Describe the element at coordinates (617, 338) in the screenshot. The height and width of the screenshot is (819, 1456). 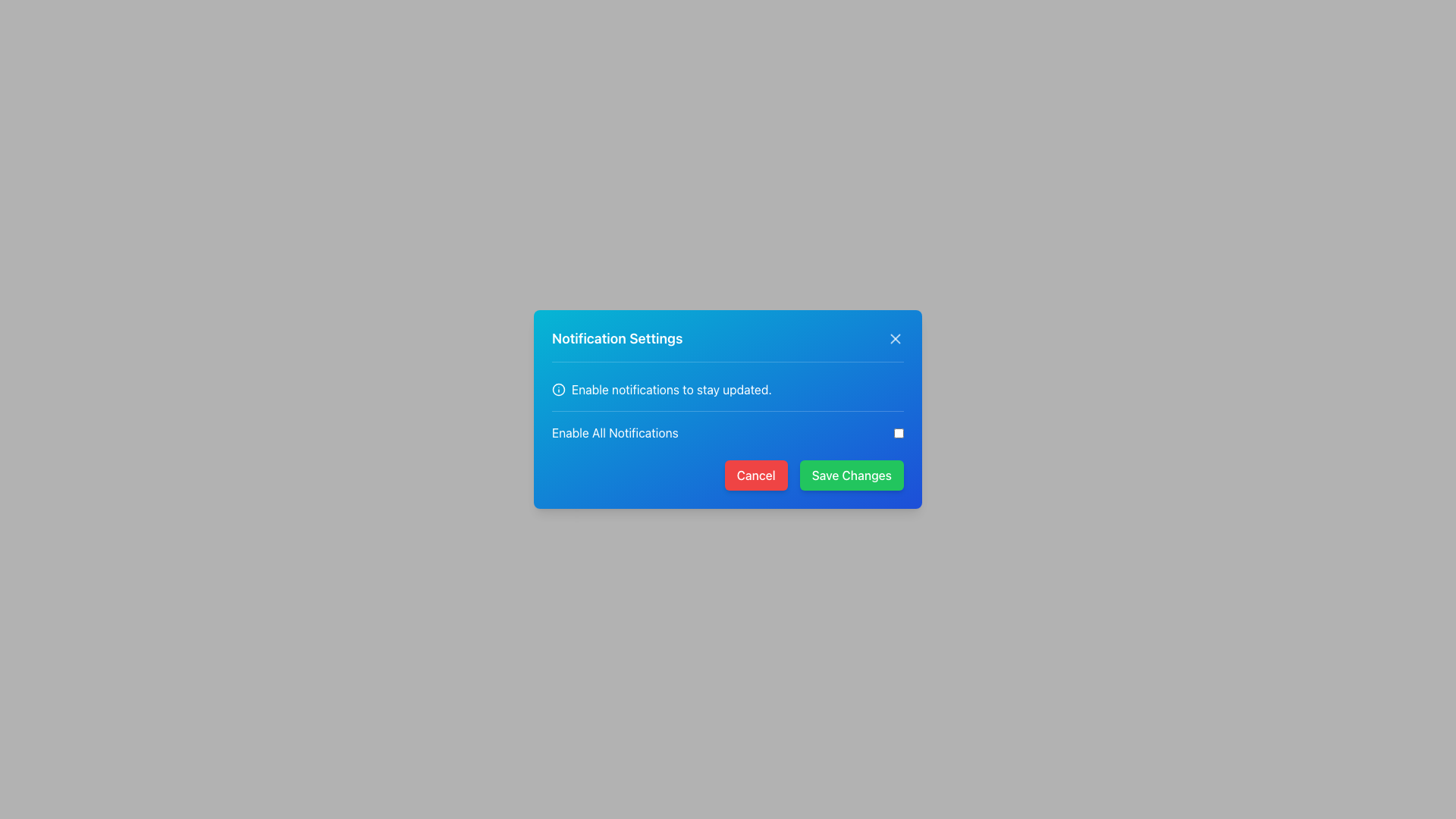
I see `the static header label located on the left side of the header section of the dialog, which serves as a title for the contents below` at that location.